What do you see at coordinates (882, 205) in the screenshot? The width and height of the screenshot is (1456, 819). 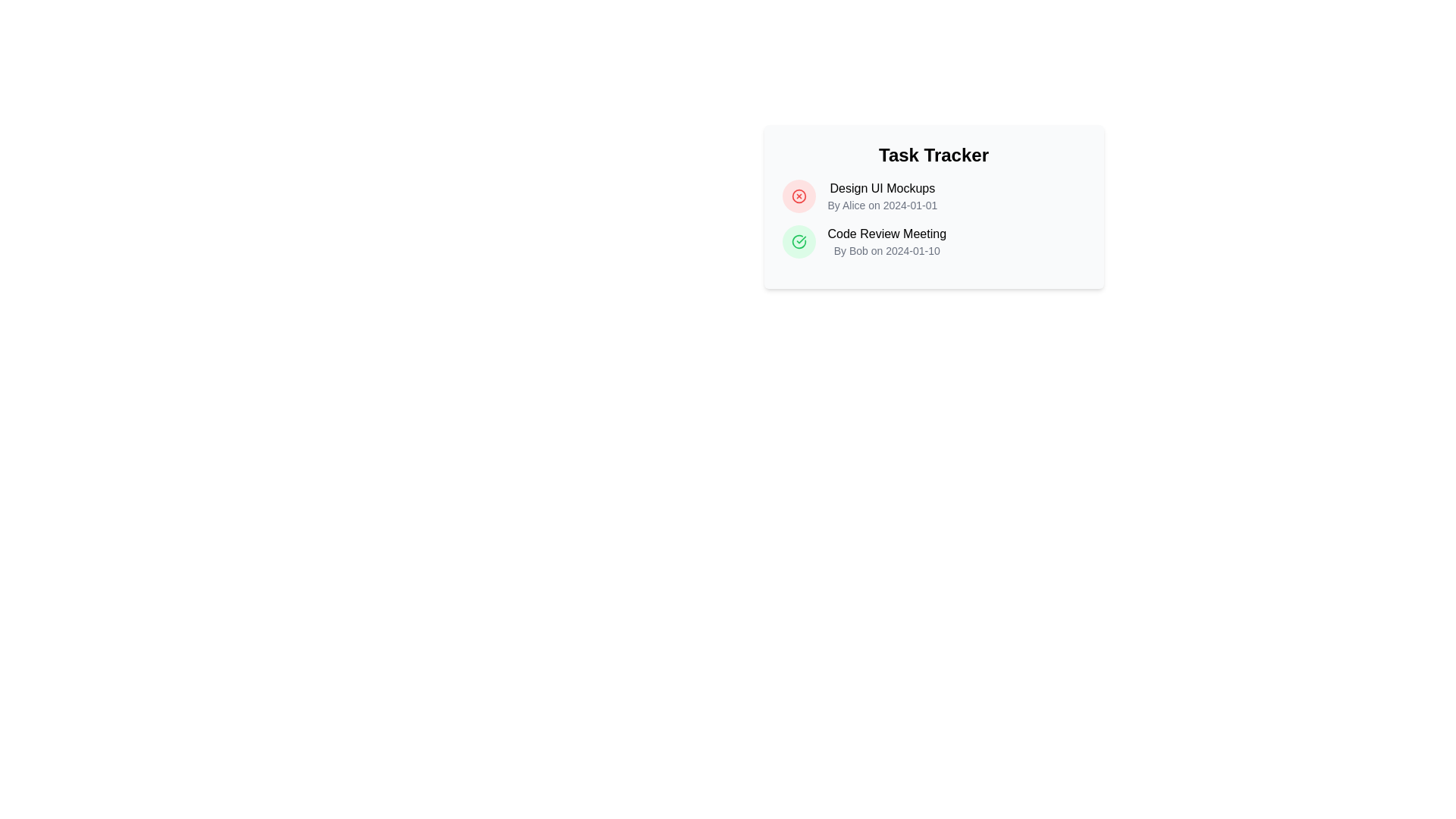 I see `the text label displaying metadata about the author and date, located beneath the 'Design UI Mockups' title in the upper-right side of the 'Task Tracker' card` at bounding box center [882, 205].